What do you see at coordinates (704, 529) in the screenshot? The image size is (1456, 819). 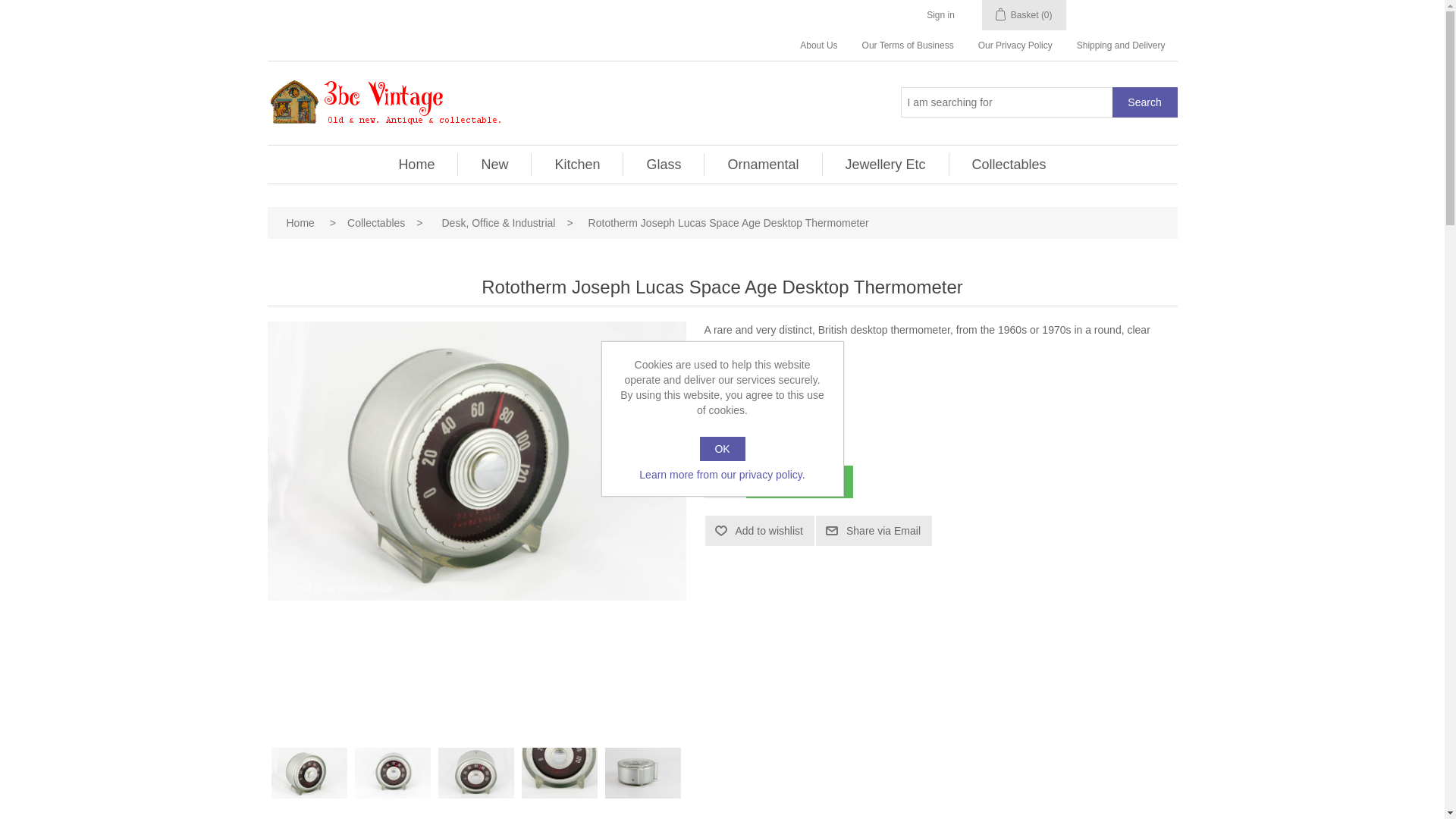 I see `'Add to wishlist'` at bounding box center [704, 529].